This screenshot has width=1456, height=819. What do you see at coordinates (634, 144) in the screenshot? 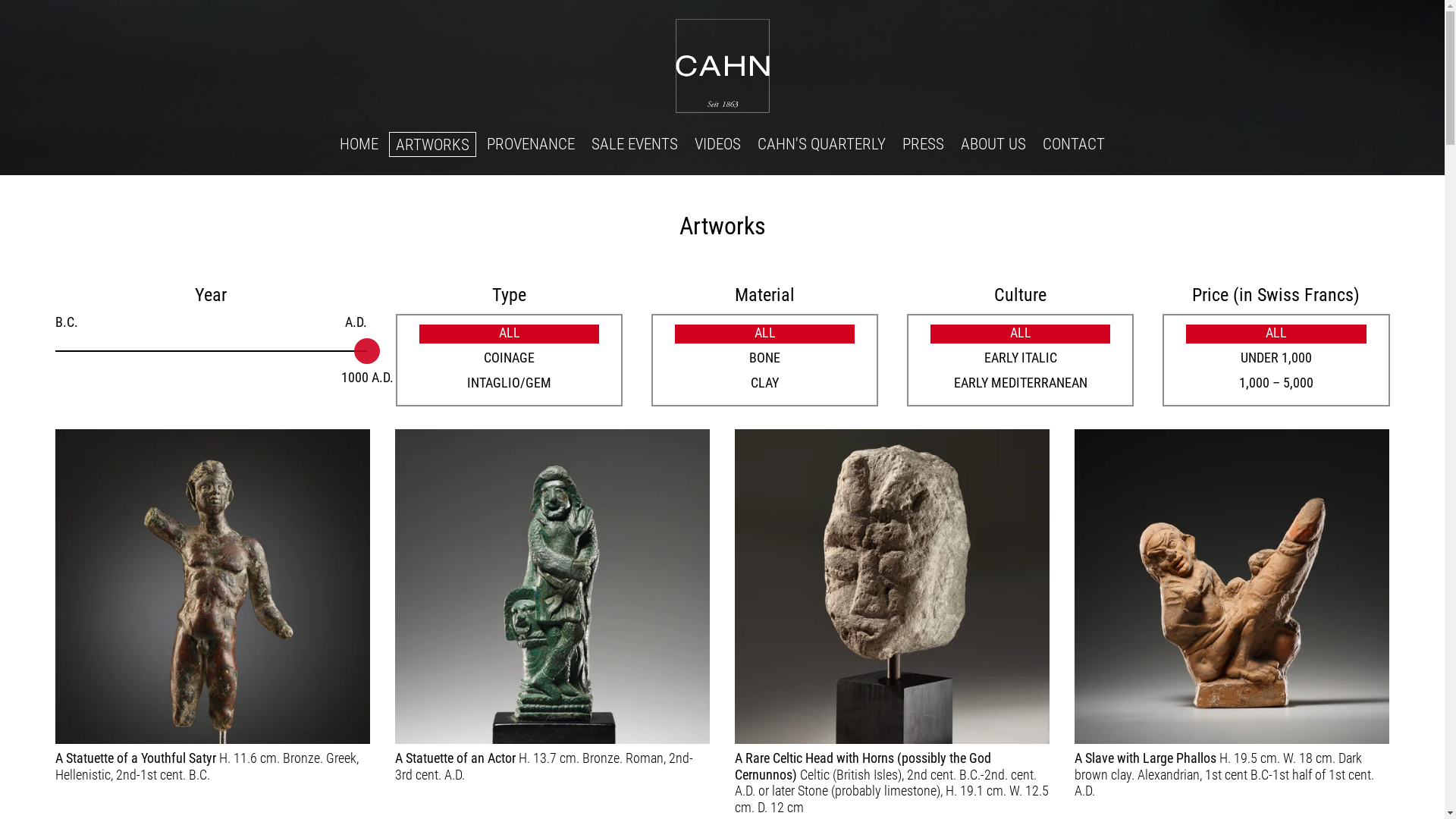
I see `'SALE EVENTS'` at bounding box center [634, 144].